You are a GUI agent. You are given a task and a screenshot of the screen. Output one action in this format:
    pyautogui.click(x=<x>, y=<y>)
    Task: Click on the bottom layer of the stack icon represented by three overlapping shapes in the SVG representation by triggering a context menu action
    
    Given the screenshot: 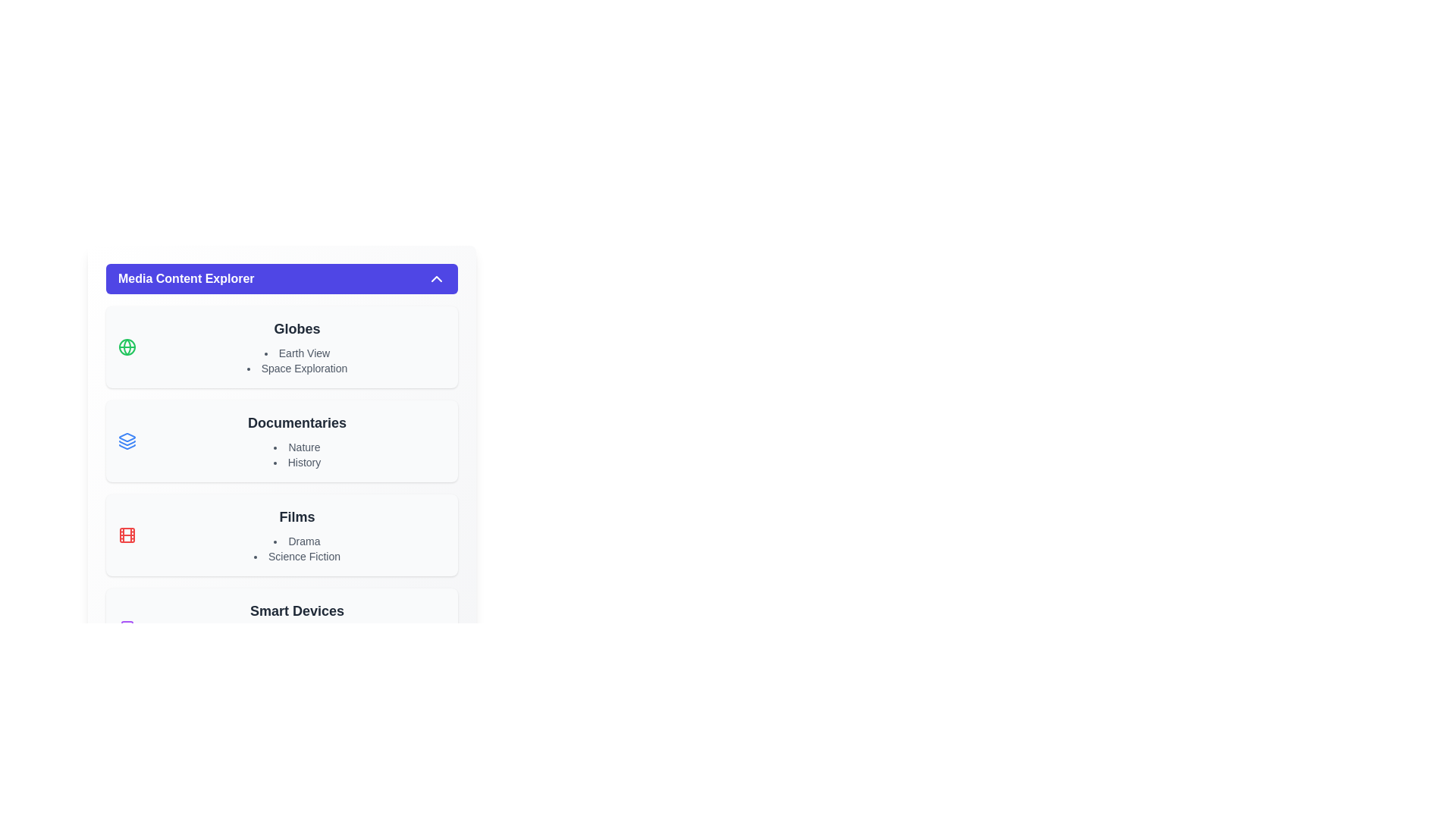 What is the action you would take?
    pyautogui.click(x=127, y=446)
    